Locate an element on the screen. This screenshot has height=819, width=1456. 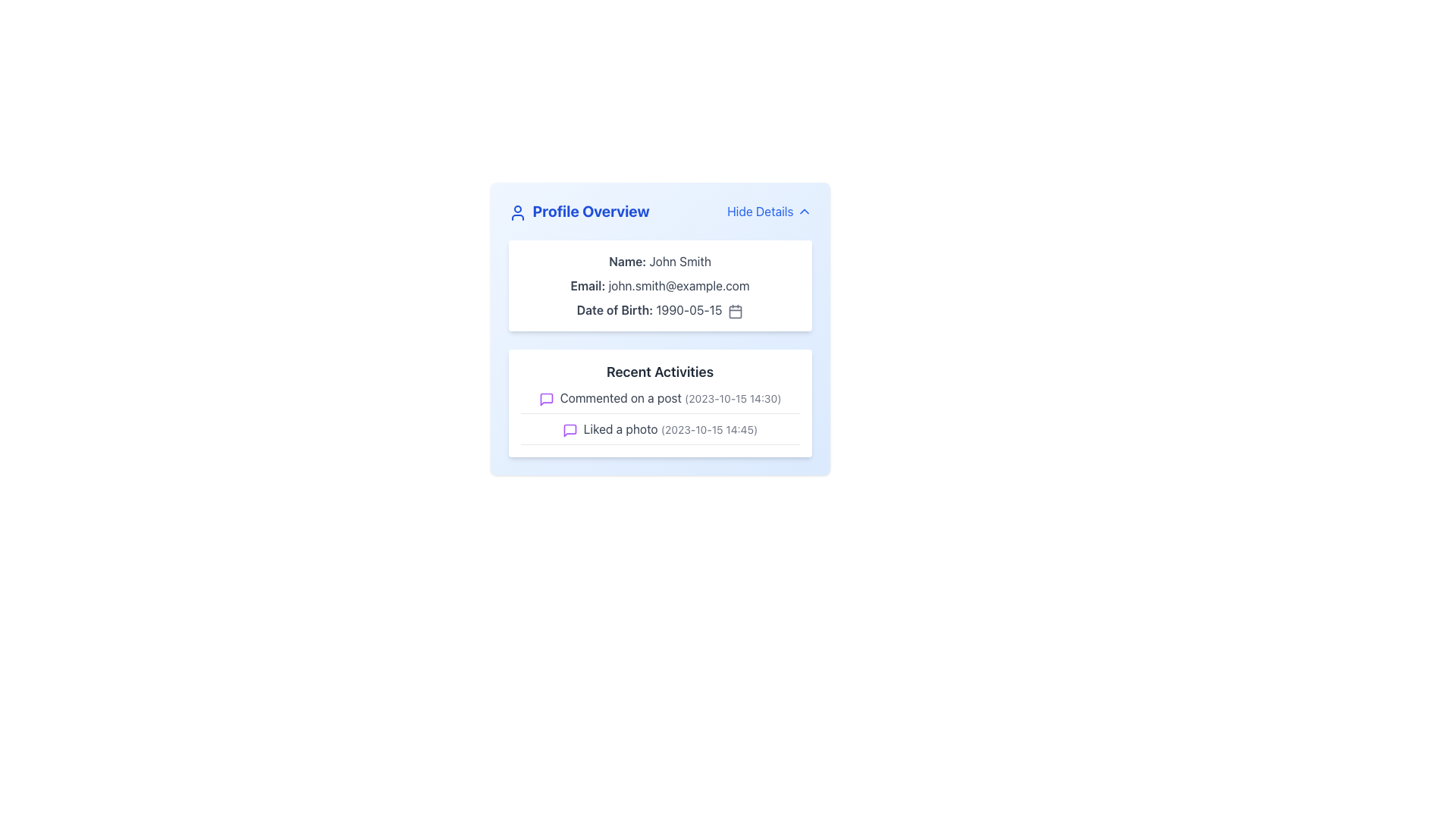
the first entry in the 'Recent Activities' section that logs a user comment on a post dated October 15, 2023, at 14:30 is located at coordinates (660, 400).